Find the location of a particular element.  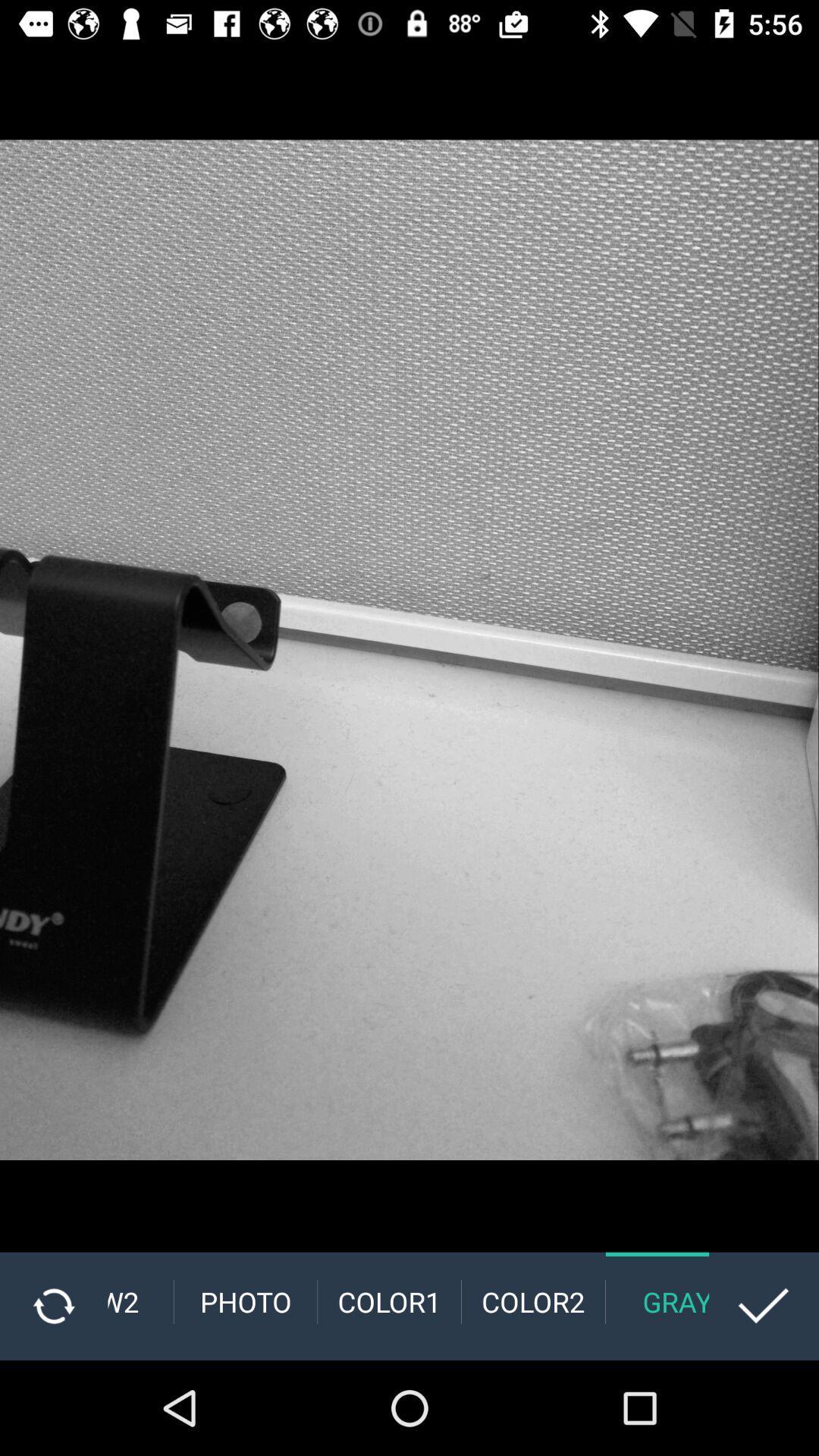

the color2 radio button is located at coordinates (532, 1301).